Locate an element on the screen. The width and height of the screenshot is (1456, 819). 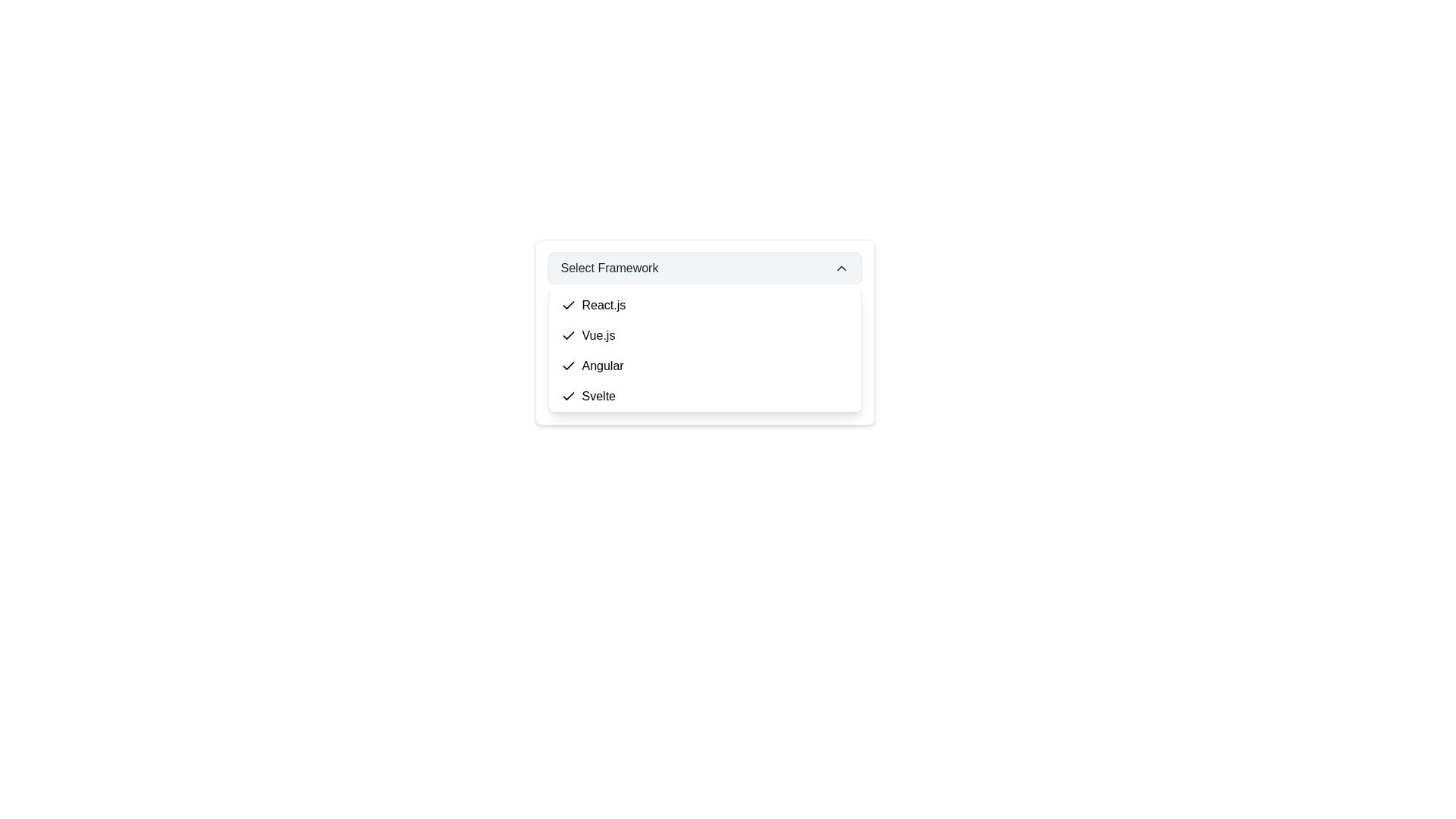
the 'Vue.js' text label in the dropdown menu labeled 'Select Framework', which is the second item in the list between 'React.js' and 'Angular' is located at coordinates (598, 335).